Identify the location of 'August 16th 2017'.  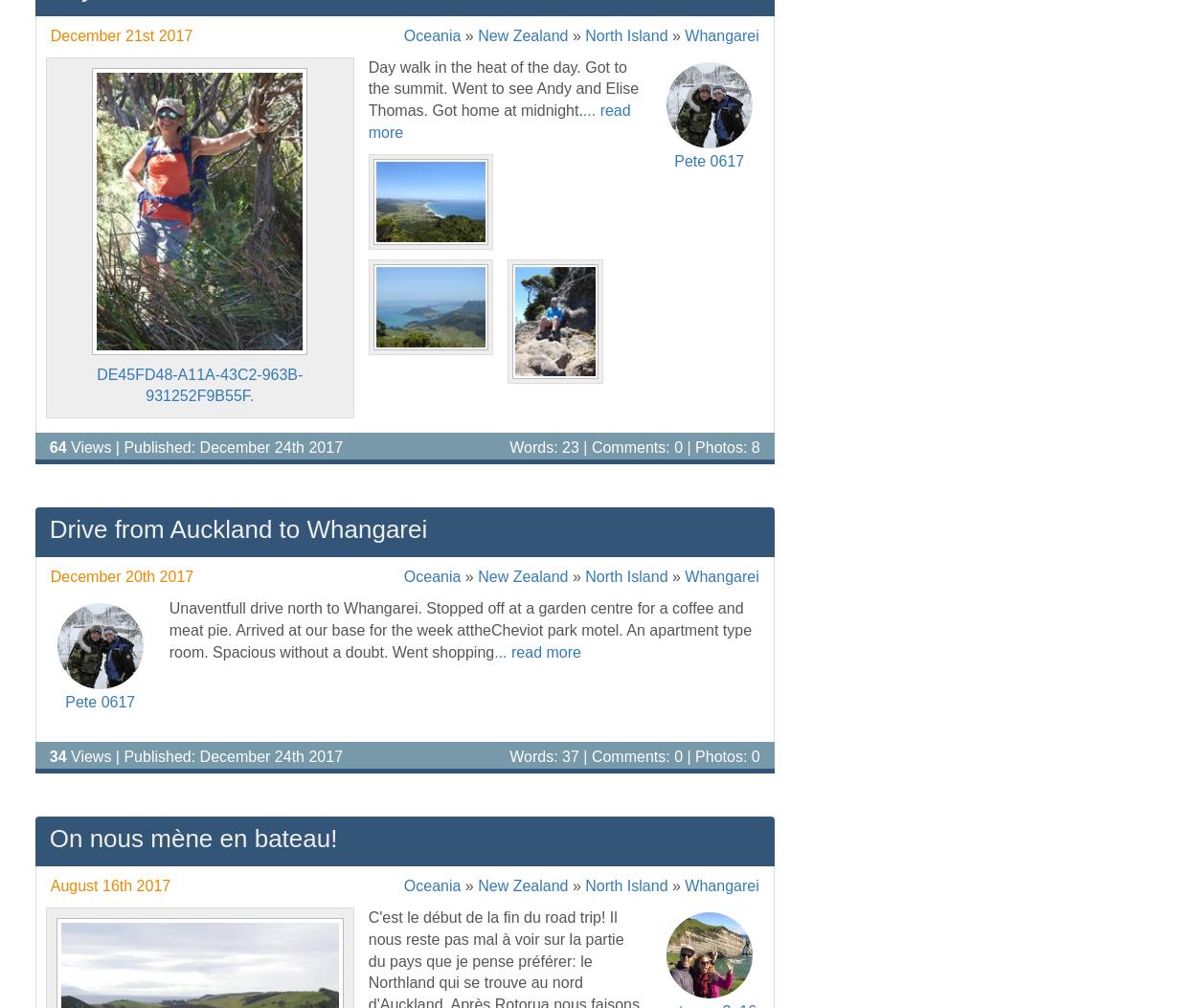
(109, 885).